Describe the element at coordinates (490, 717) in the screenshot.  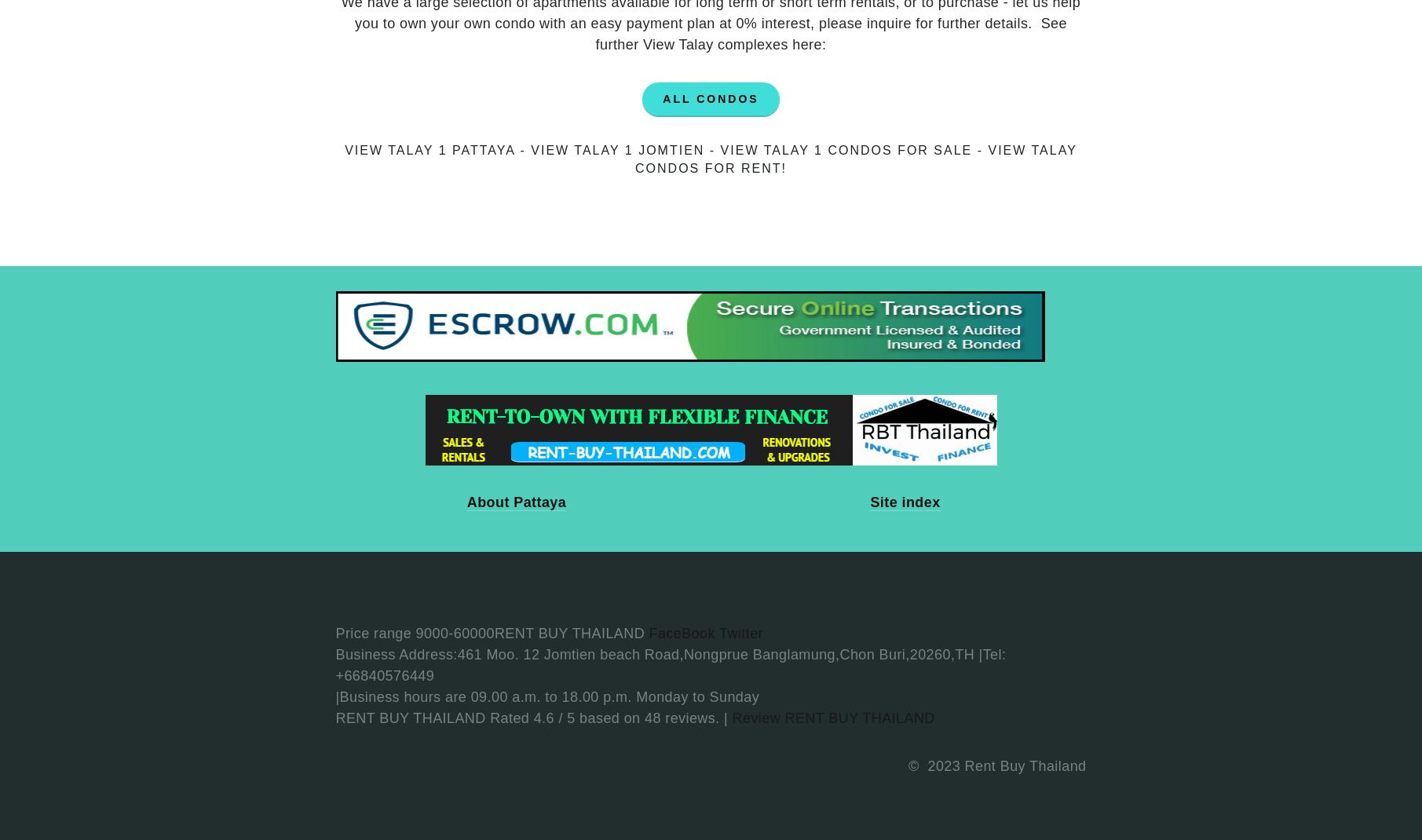
I see `'Rated'` at that location.